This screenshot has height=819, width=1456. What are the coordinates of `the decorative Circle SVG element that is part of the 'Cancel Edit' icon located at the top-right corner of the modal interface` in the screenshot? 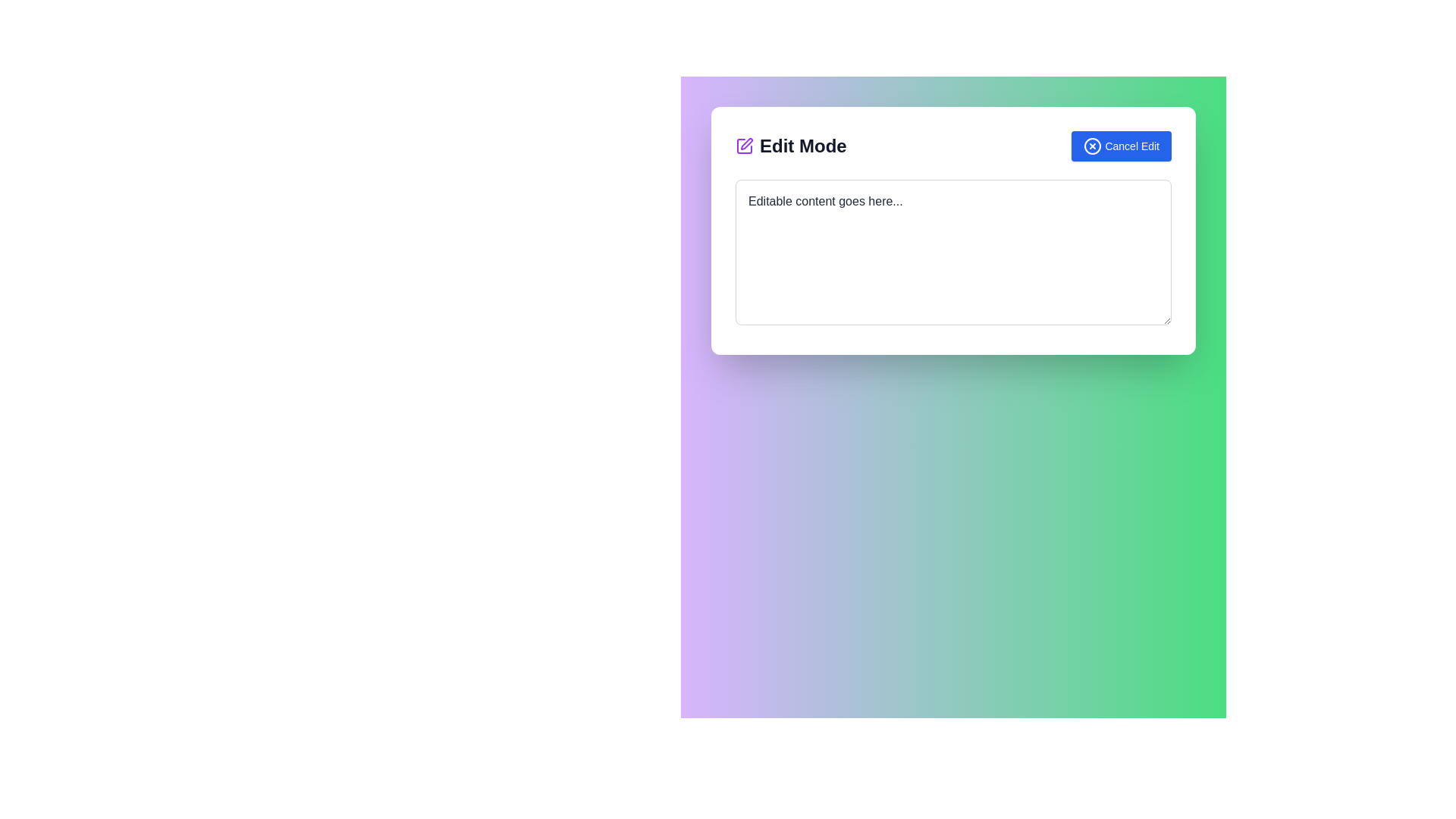 It's located at (1093, 146).